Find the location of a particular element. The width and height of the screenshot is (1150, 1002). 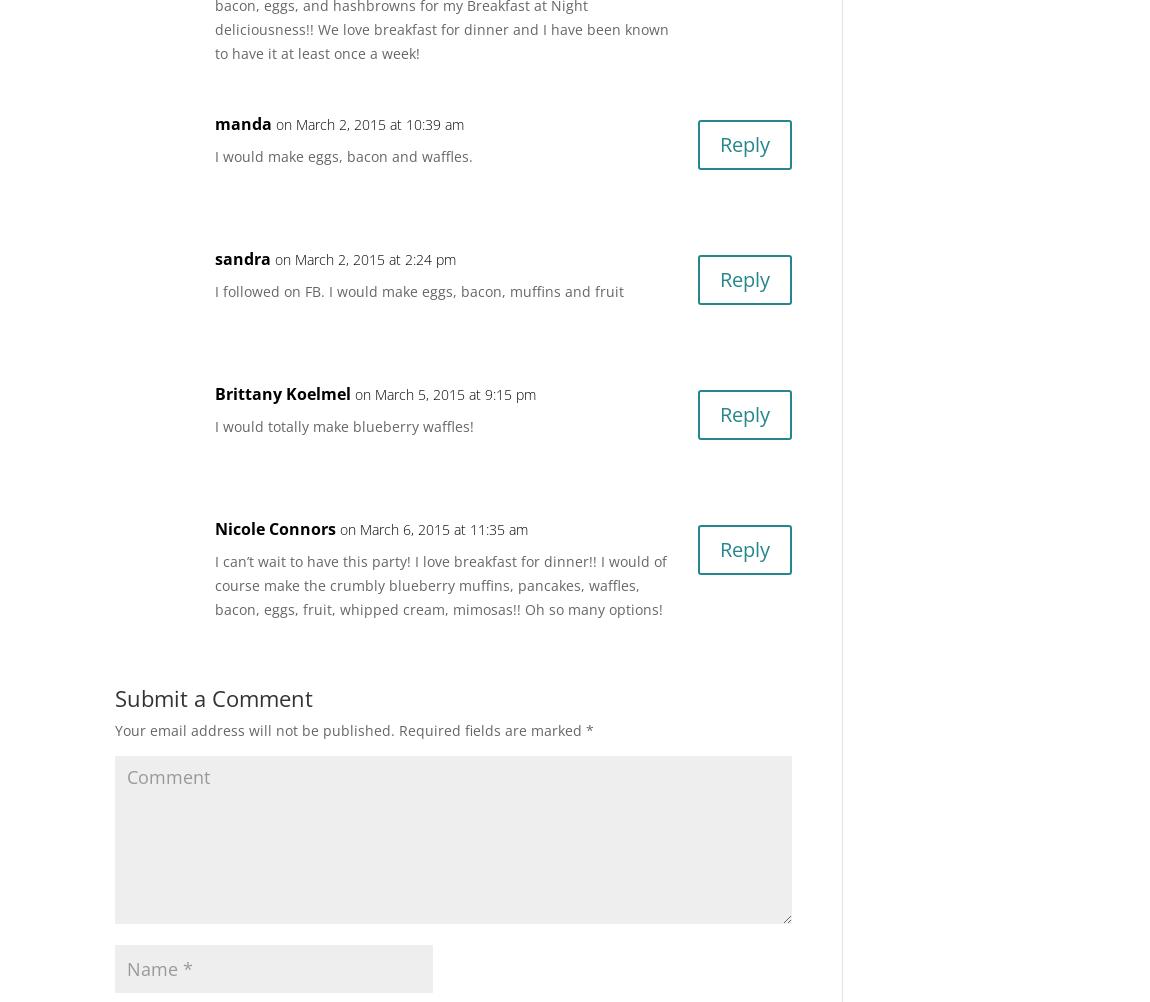

'I can’t wait to have this party! I love breakfast for dinner!! I would of course make the crumbly blueberry muffins, pancakes, waffles, bacon, eggs, fruit, whipped cream, mimosas!! Oh so many options!' is located at coordinates (214, 584).